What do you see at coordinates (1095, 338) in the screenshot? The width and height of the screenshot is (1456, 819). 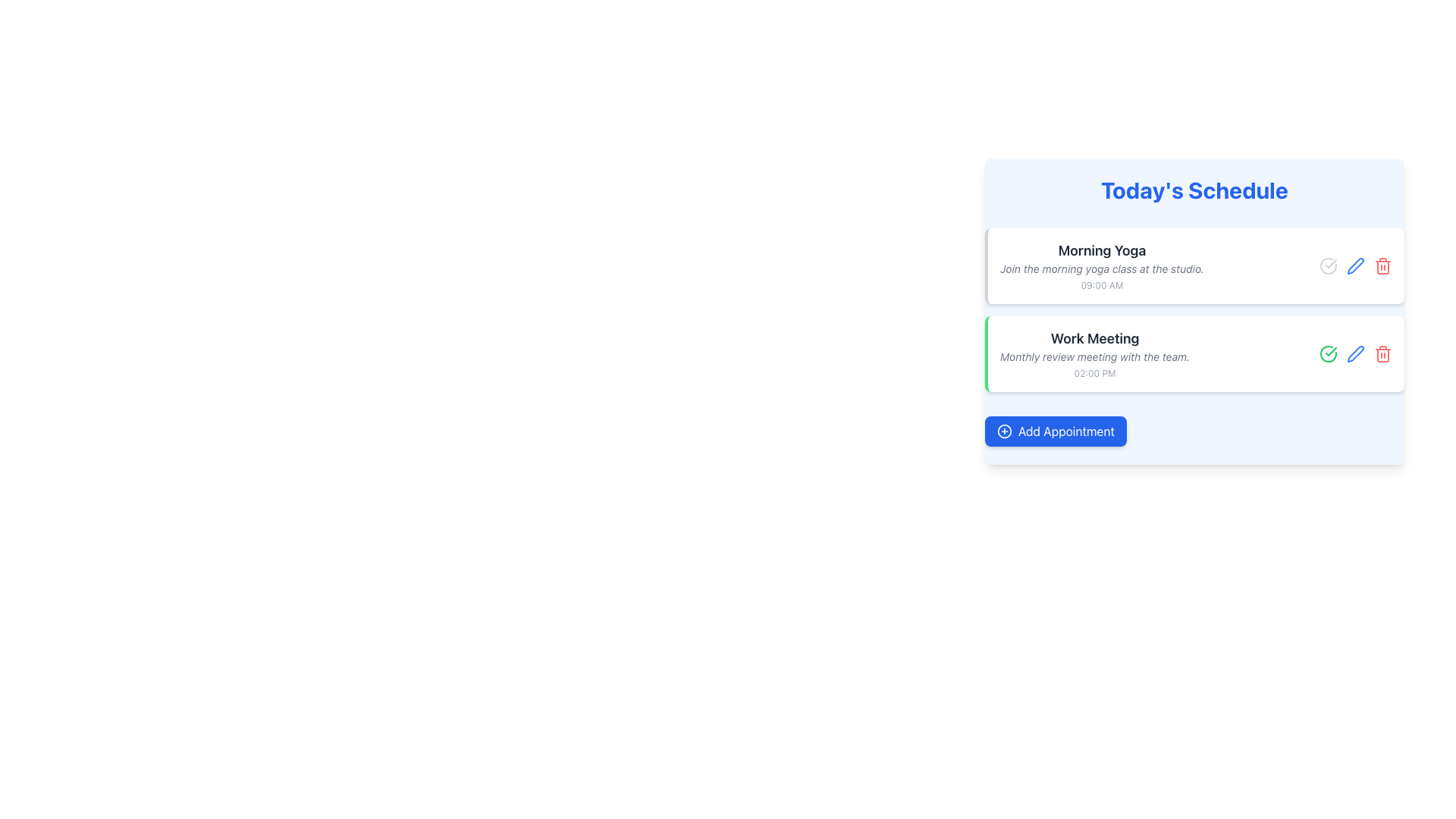 I see `the static text label displaying 'Work Meeting' in bold font, which is part of a card layout under the header 'Today's Schedule'` at bounding box center [1095, 338].